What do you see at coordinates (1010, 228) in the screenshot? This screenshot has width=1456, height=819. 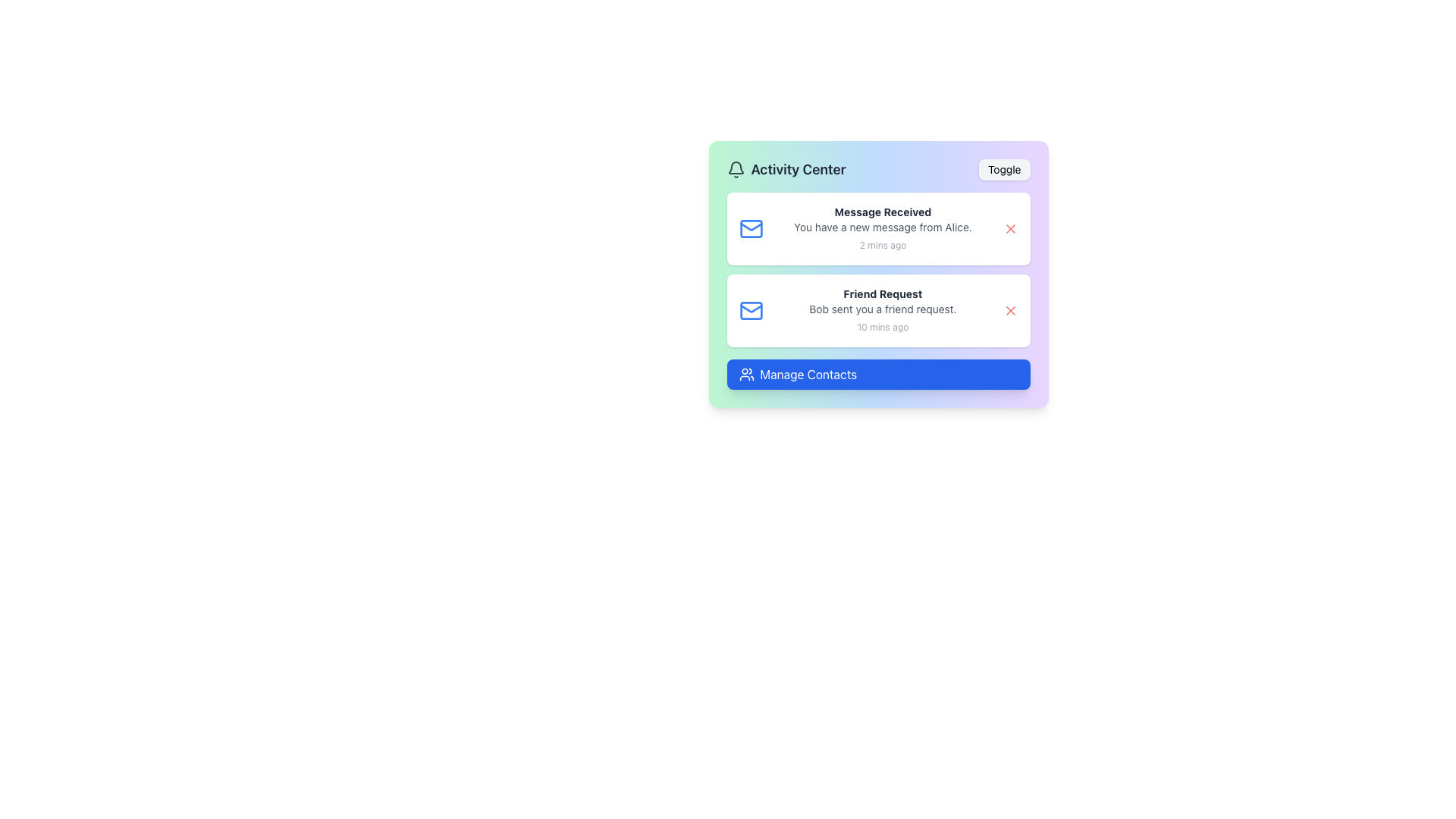 I see `the button styled as an 'X' located in the top-right corner of the 'Message Received' notification card` at bounding box center [1010, 228].